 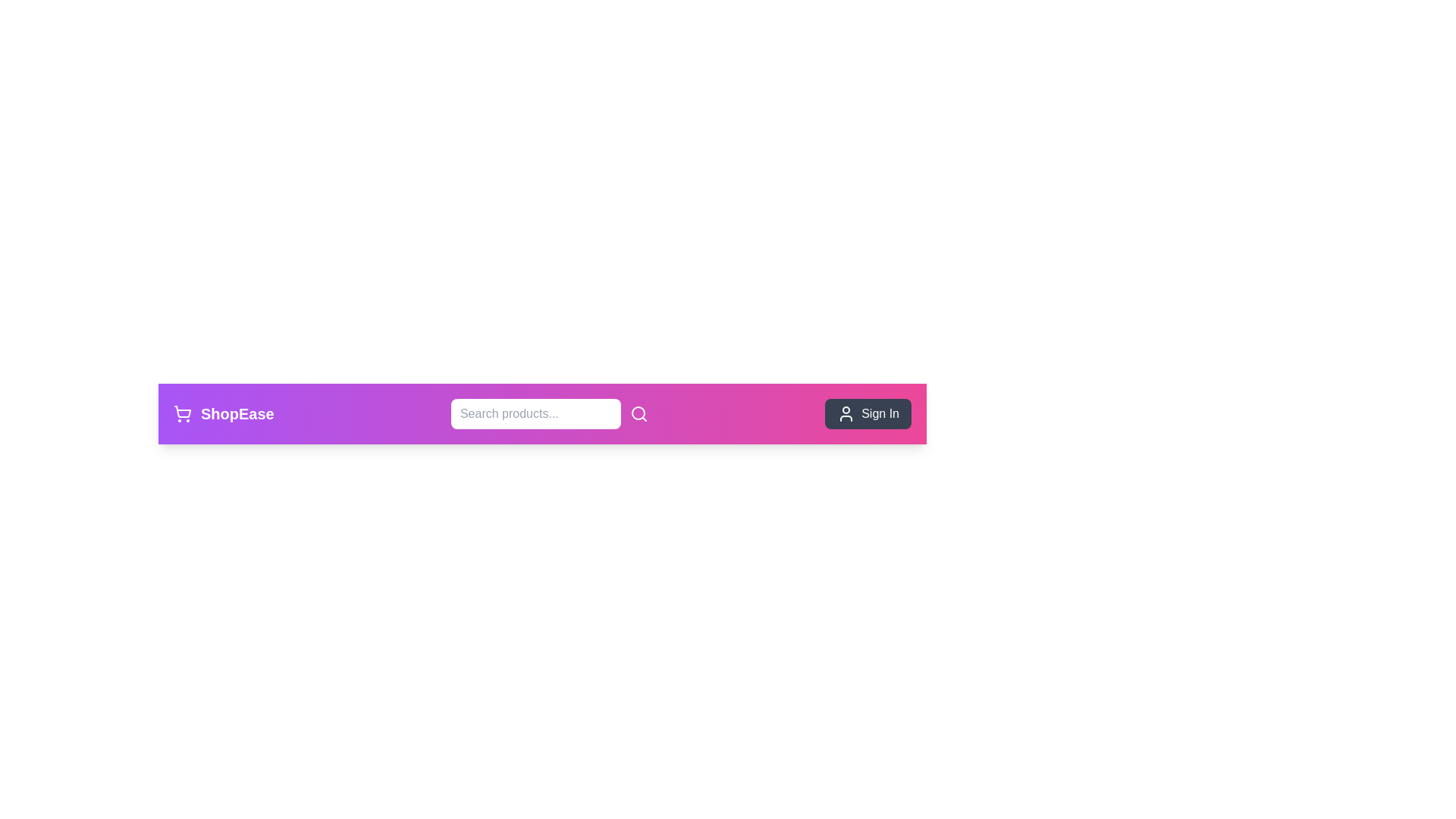 What do you see at coordinates (222, 414) in the screenshot?
I see `the 'ShopEase' logo or text to navigate to the homepage` at bounding box center [222, 414].